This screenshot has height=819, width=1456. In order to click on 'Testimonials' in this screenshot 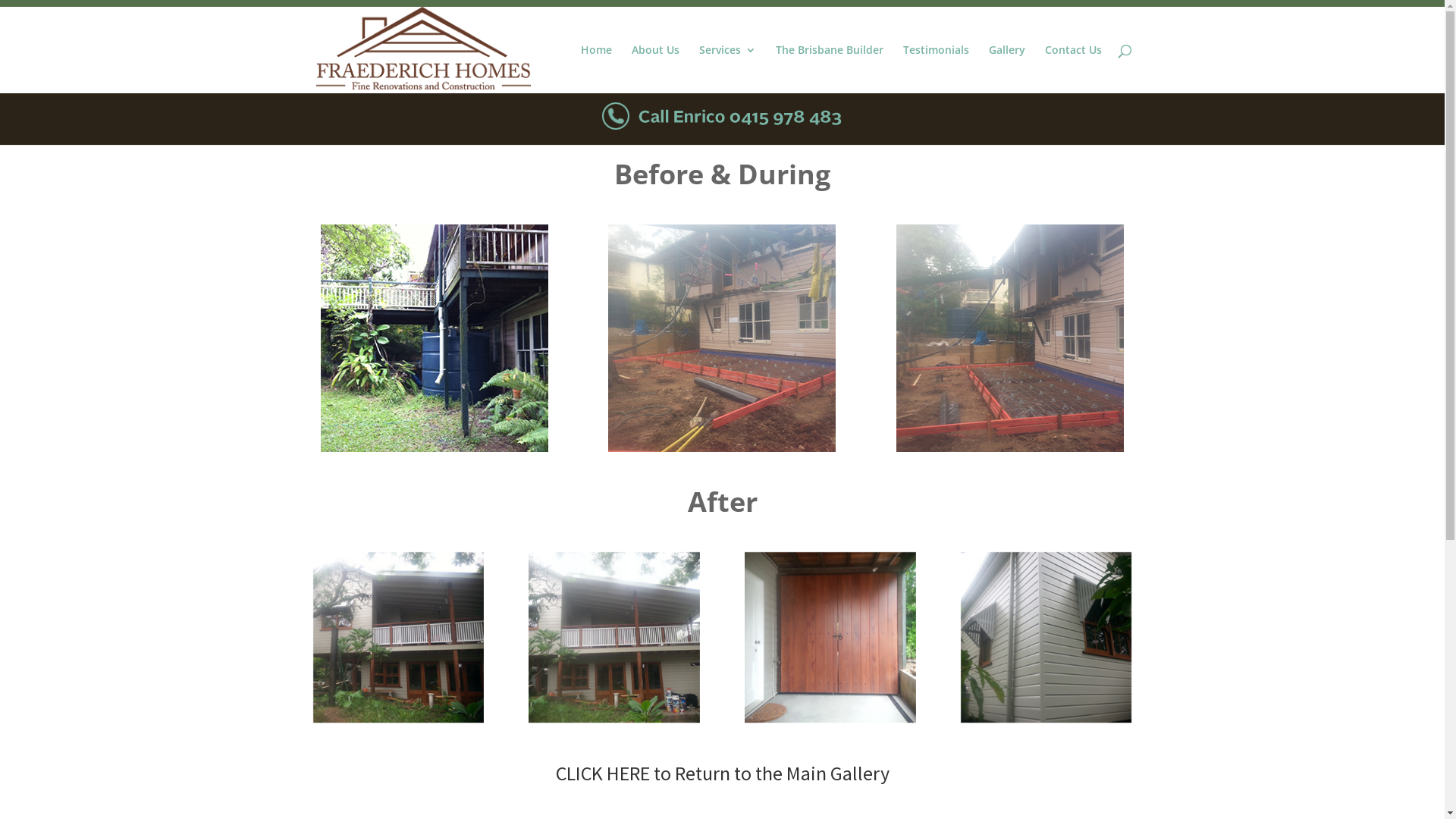, I will do `click(934, 69)`.